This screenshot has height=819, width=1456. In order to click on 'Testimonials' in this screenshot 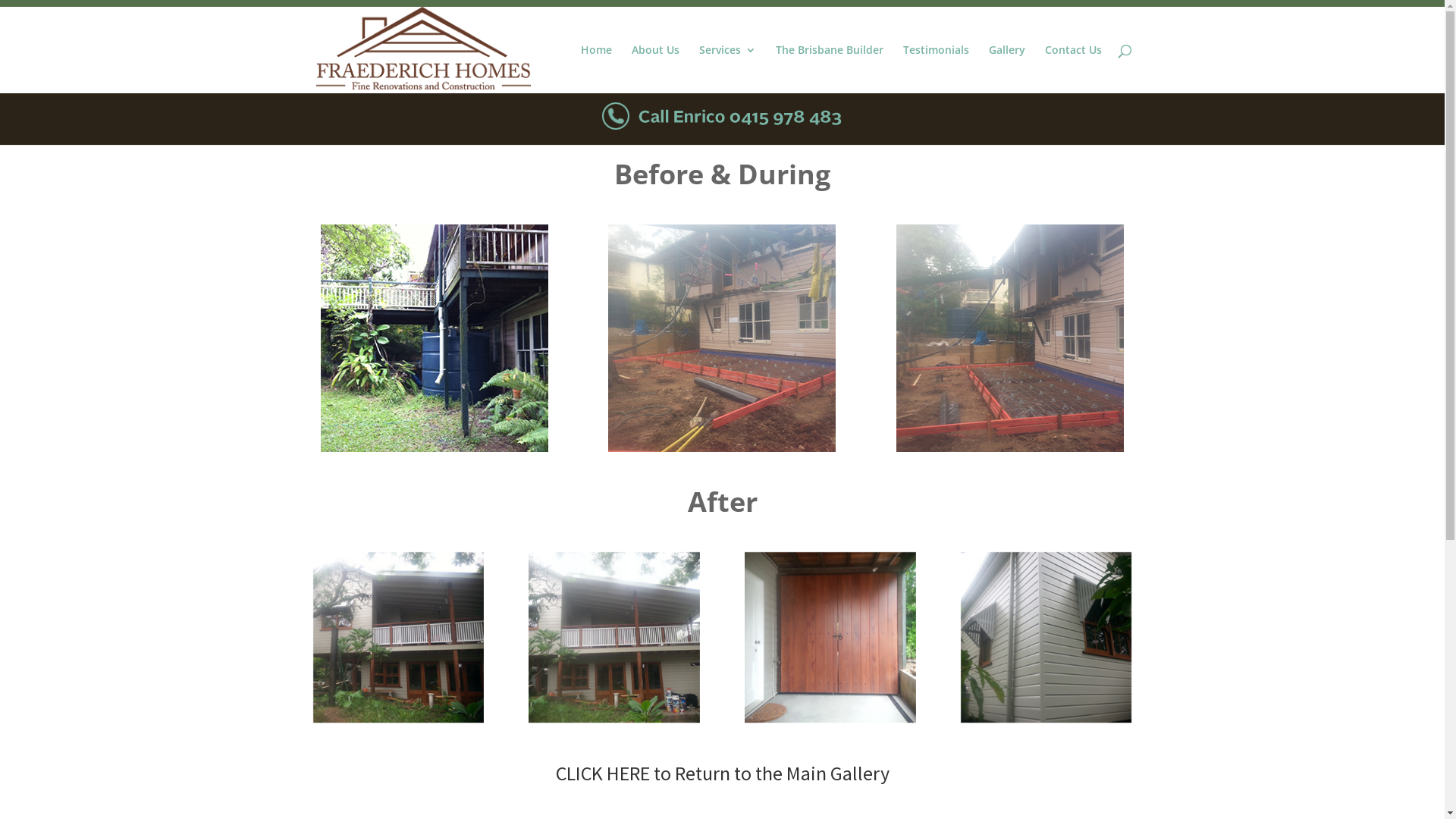, I will do `click(934, 69)`.